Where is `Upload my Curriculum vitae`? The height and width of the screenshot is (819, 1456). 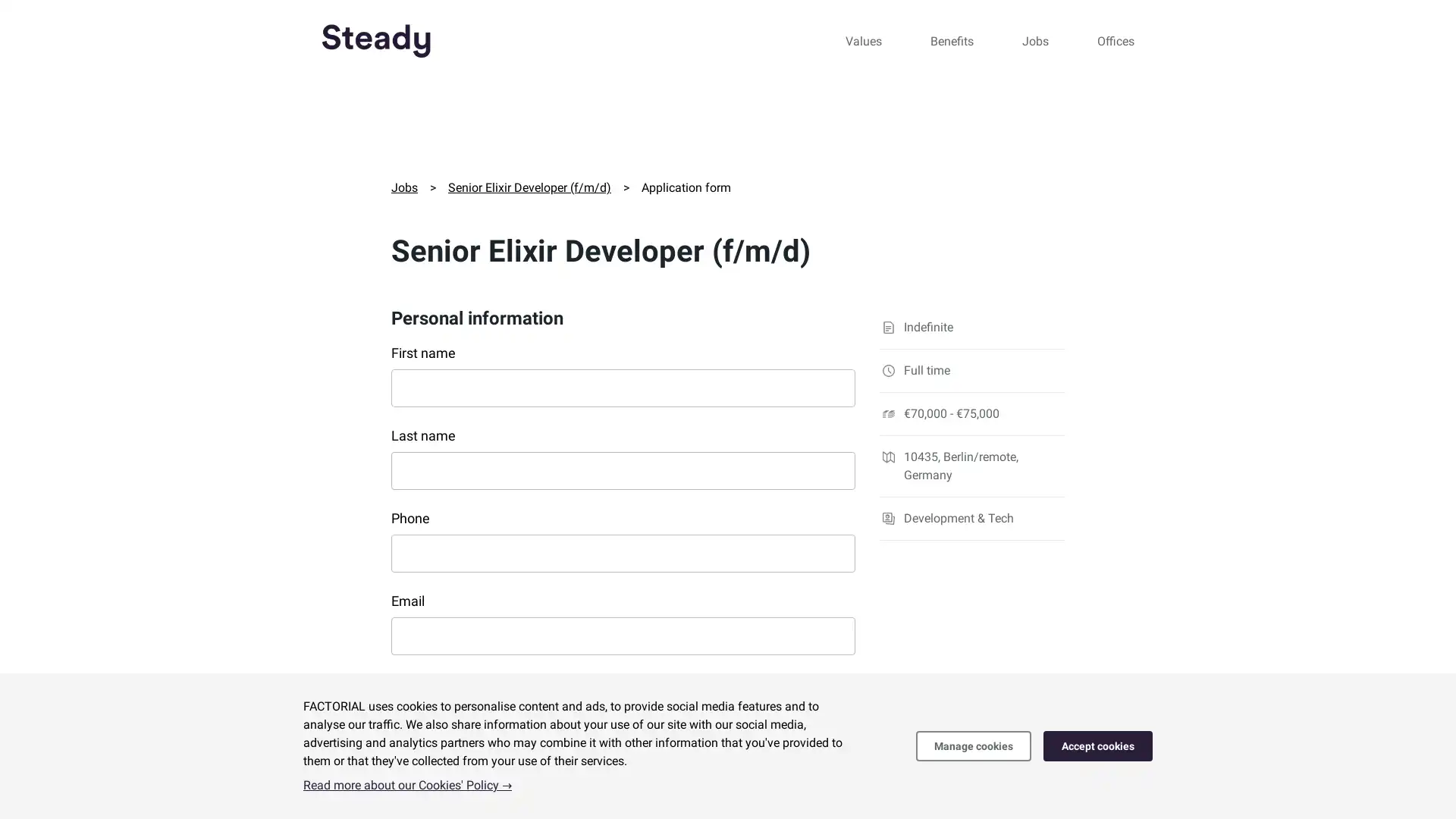
Upload my Curriculum vitae is located at coordinates (400, 755).